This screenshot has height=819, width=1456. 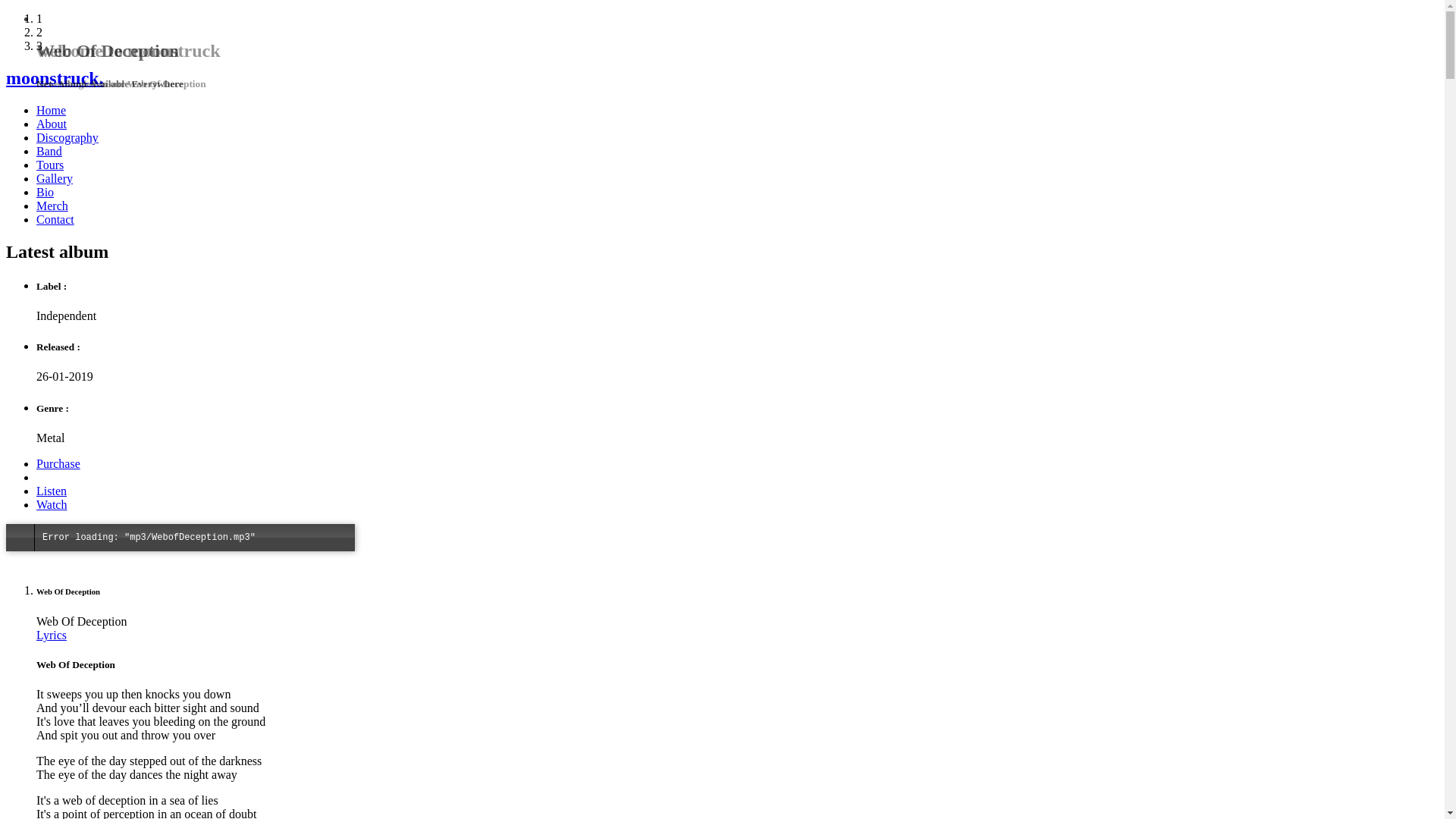 I want to click on 'Purchase', so click(x=36, y=463).